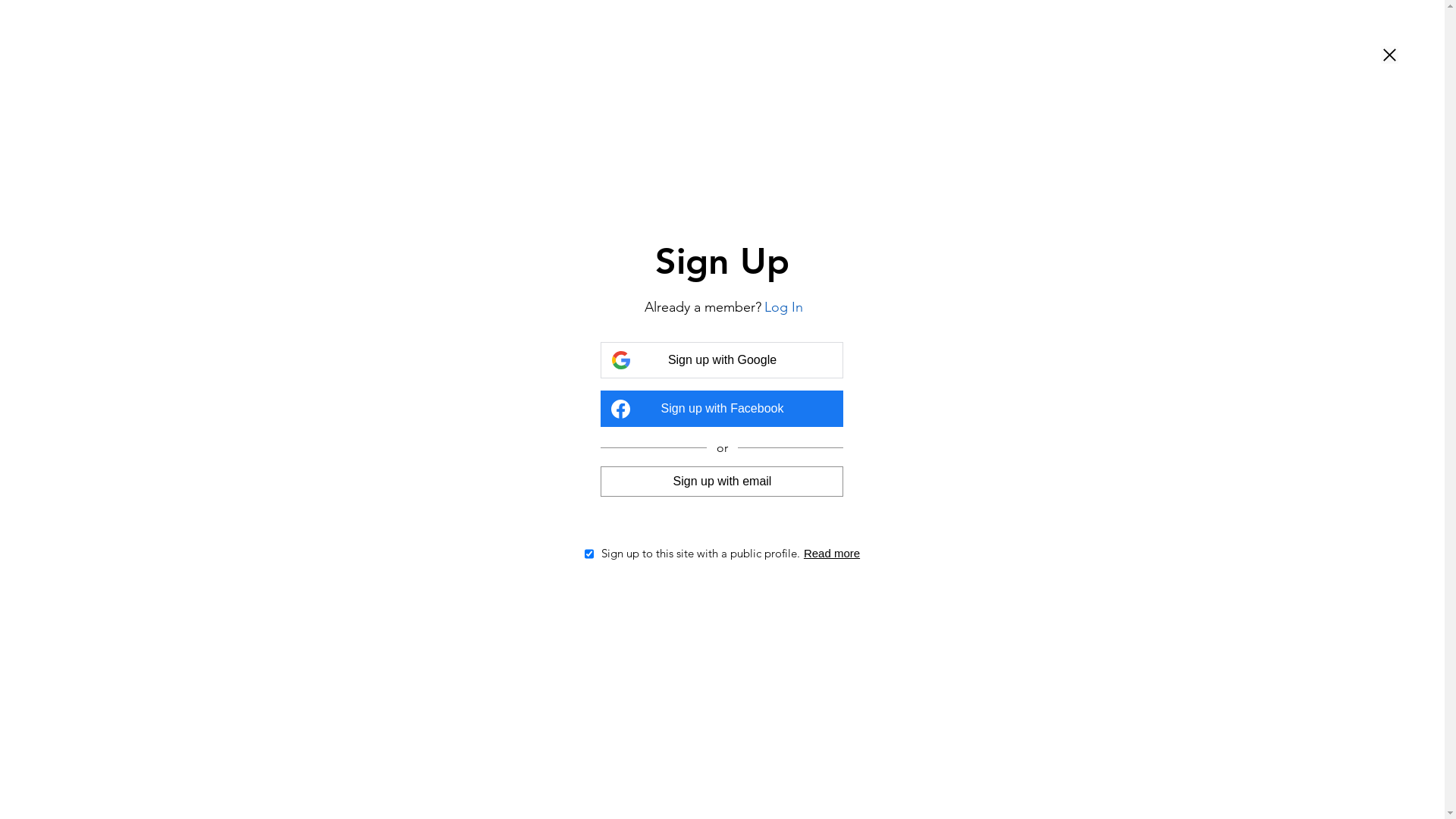 This screenshot has height=819, width=1456. What do you see at coordinates (720, 408) in the screenshot?
I see `'Sign up with Facebook'` at bounding box center [720, 408].